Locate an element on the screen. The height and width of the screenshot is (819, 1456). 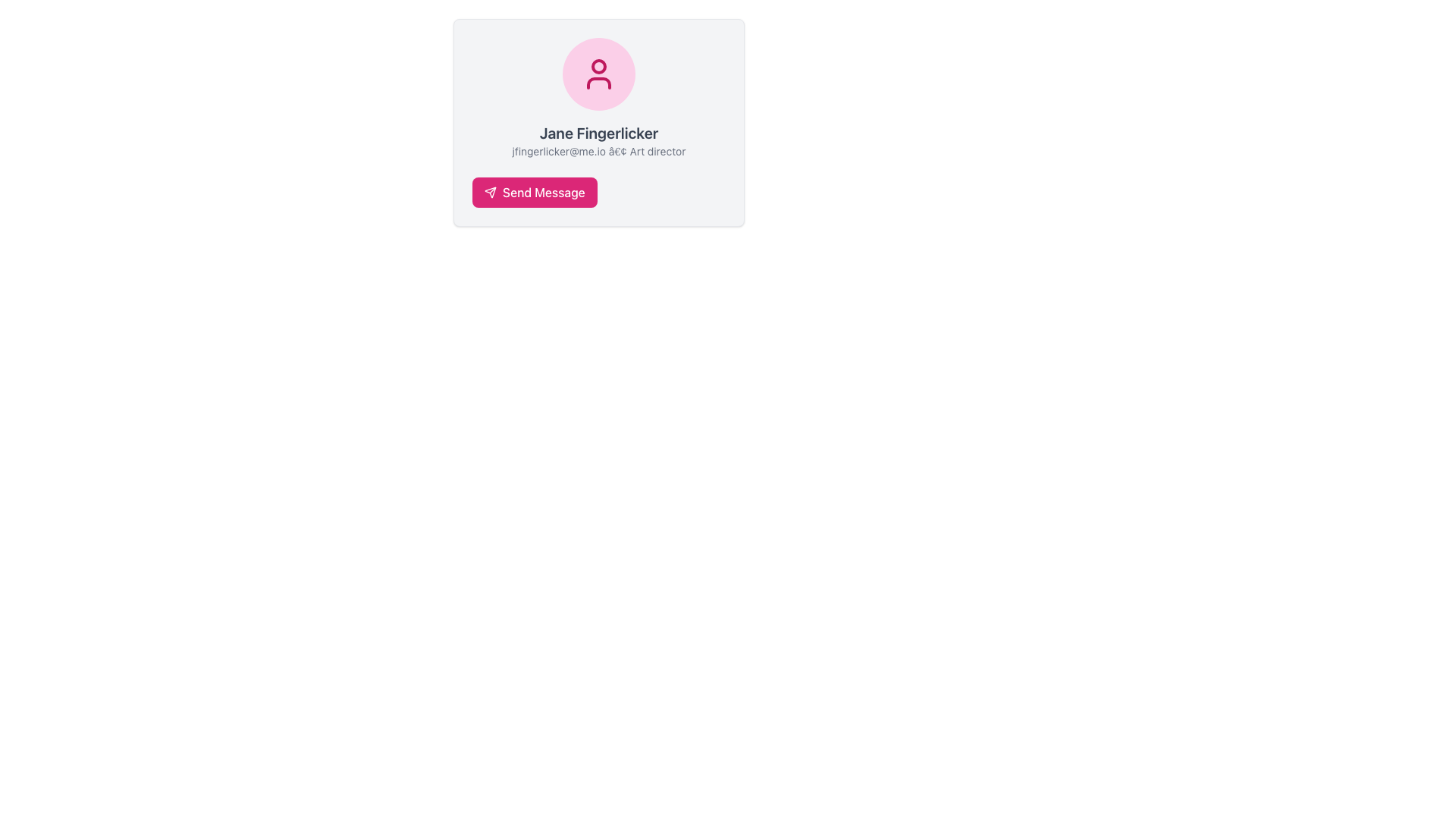
the profile icon, which is a decorative and indicative icon located within a pink circular background above the name 'Jane Fingerlicker' is located at coordinates (598, 74).